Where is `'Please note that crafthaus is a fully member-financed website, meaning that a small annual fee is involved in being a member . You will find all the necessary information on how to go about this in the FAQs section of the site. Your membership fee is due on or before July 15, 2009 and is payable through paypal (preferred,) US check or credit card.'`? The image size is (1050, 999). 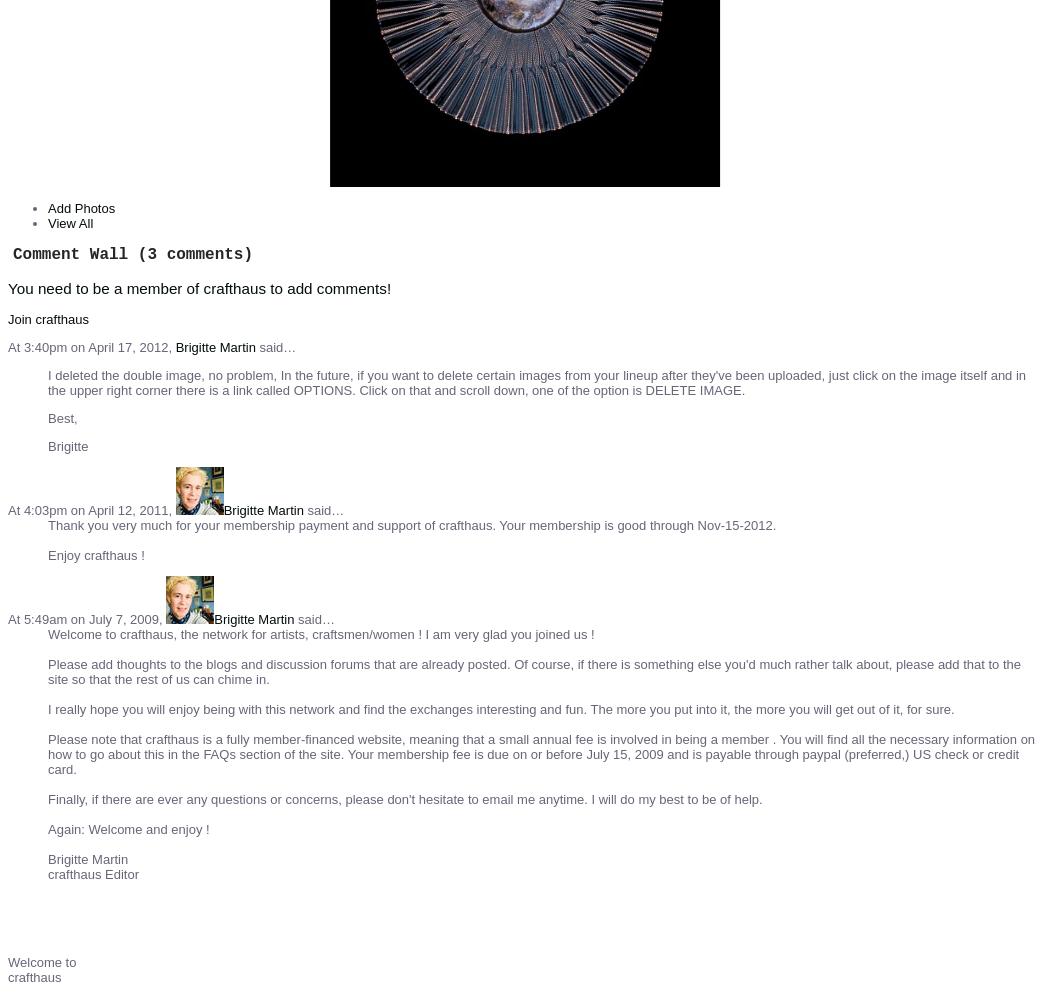 'Please note that crafthaus is a fully member-financed website, meaning that a small annual fee is involved in being a member . You will find all the necessary information on how to go about this in the FAQs section of the site. Your membership fee is due on or before July 15, 2009 and is payable through paypal (preferred,) US check or credit card.' is located at coordinates (541, 752).